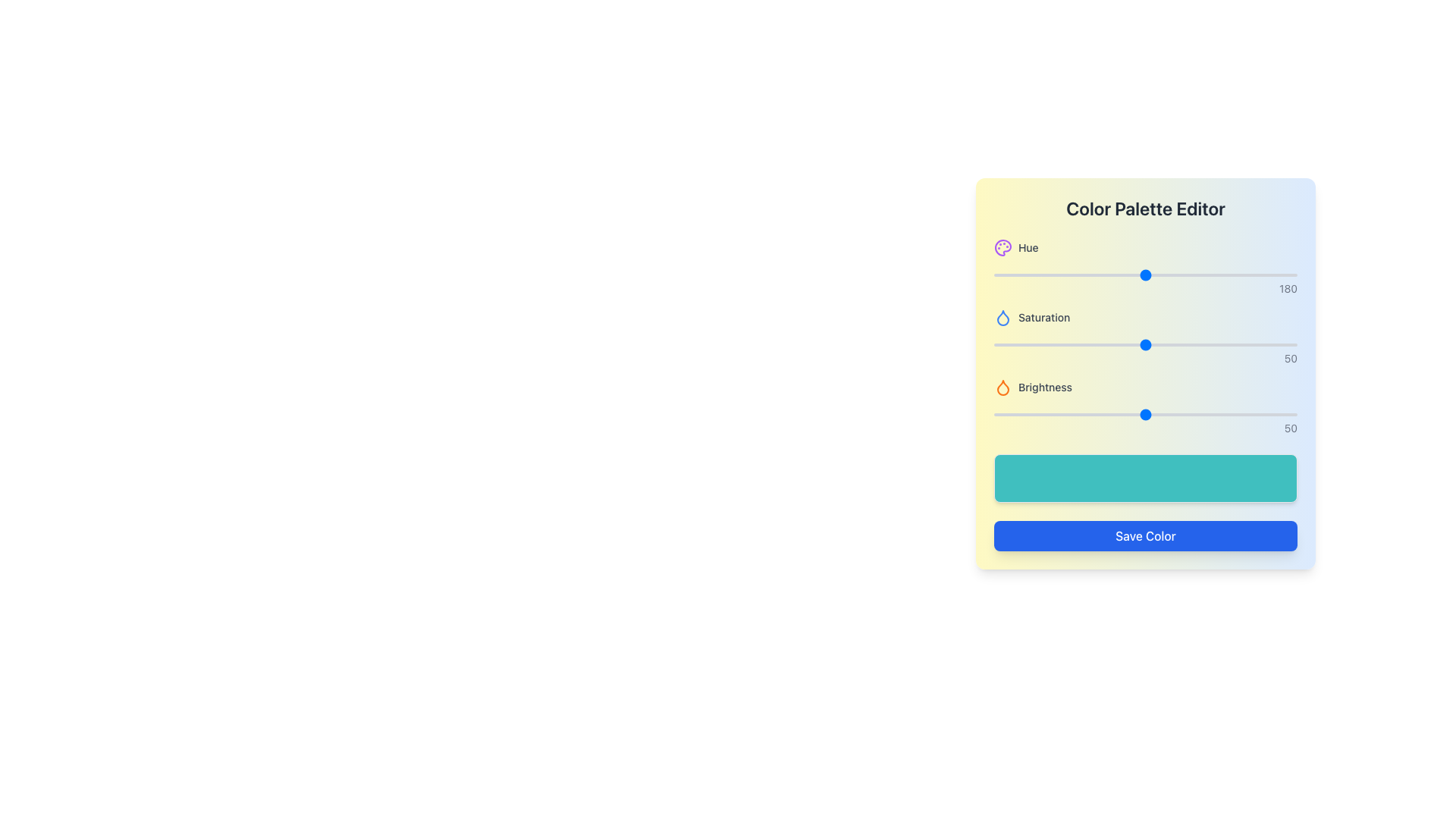 Image resolution: width=1456 pixels, height=819 pixels. What do you see at coordinates (1059, 345) in the screenshot?
I see `the slider value` at bounding box center [1059, 345].